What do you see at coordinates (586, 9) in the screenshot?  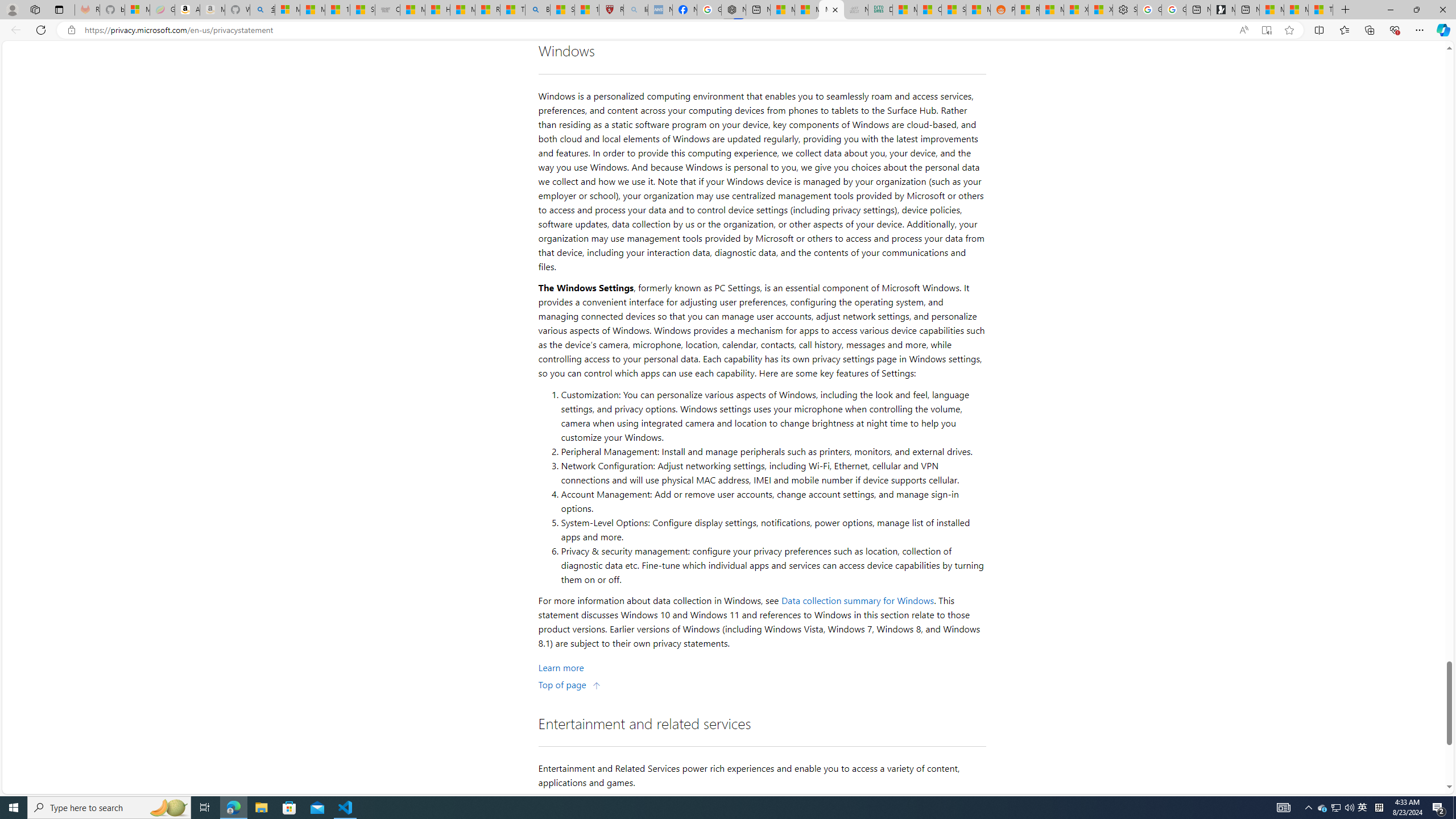 I see `'12 Popular Science Lies that Must be Corrected'` at bounding box center [586, 9].